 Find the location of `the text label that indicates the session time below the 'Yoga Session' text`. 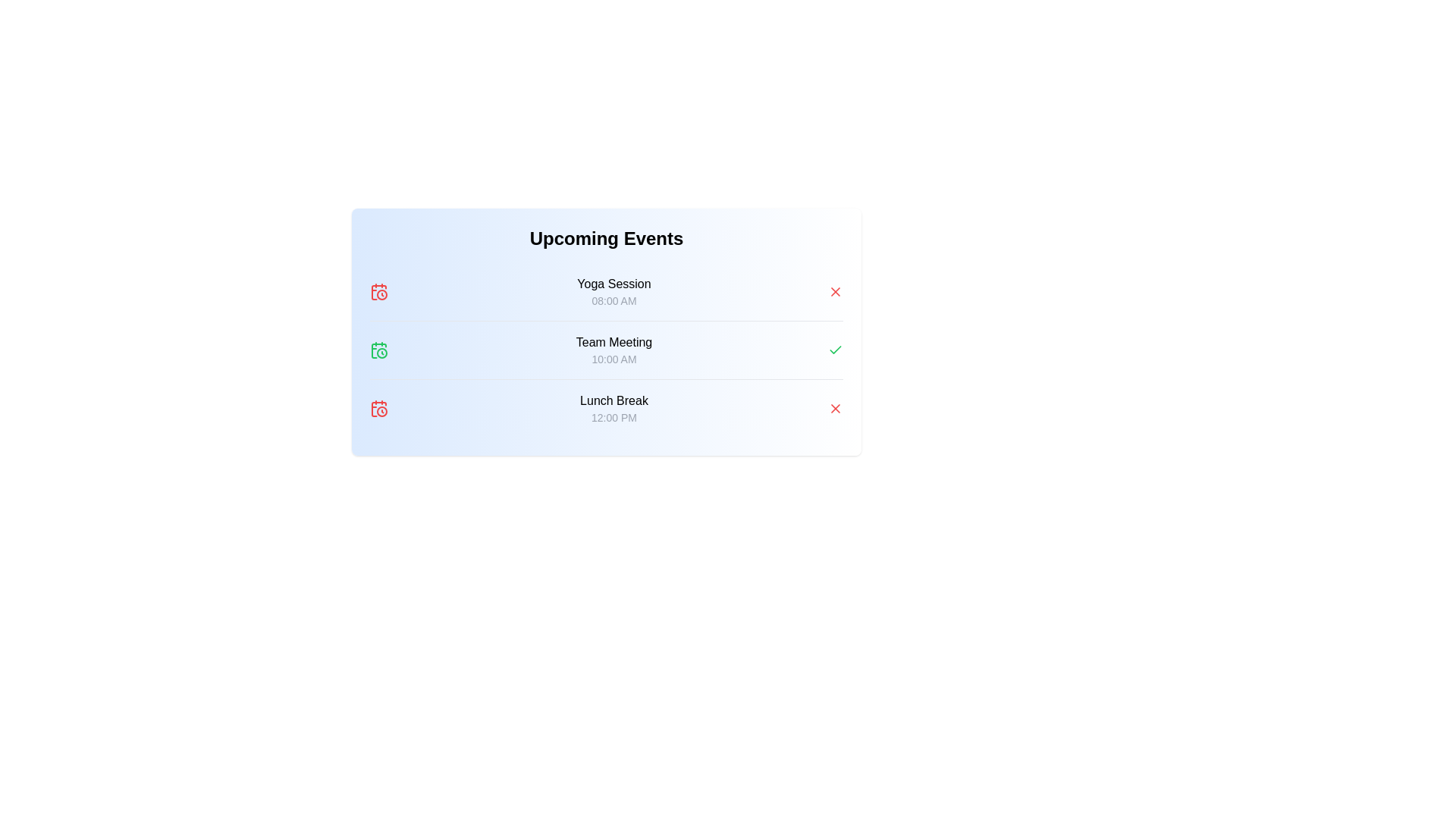

the text label that indicates the session time below the 'Yoga Session' text is located at coordinates (614, 301).